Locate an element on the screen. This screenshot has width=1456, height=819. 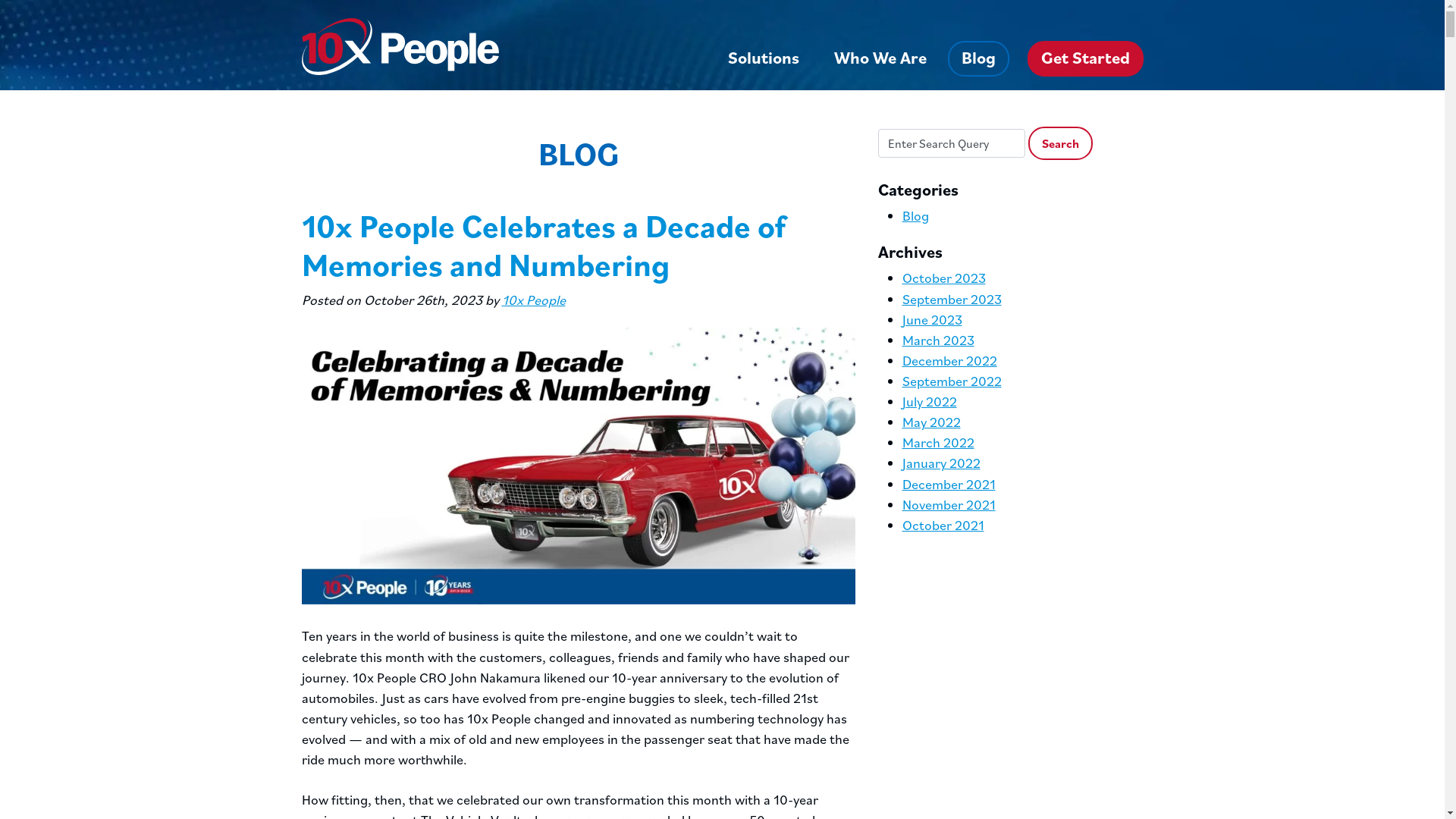
'December 2021' is located at coordinates (948, 484).